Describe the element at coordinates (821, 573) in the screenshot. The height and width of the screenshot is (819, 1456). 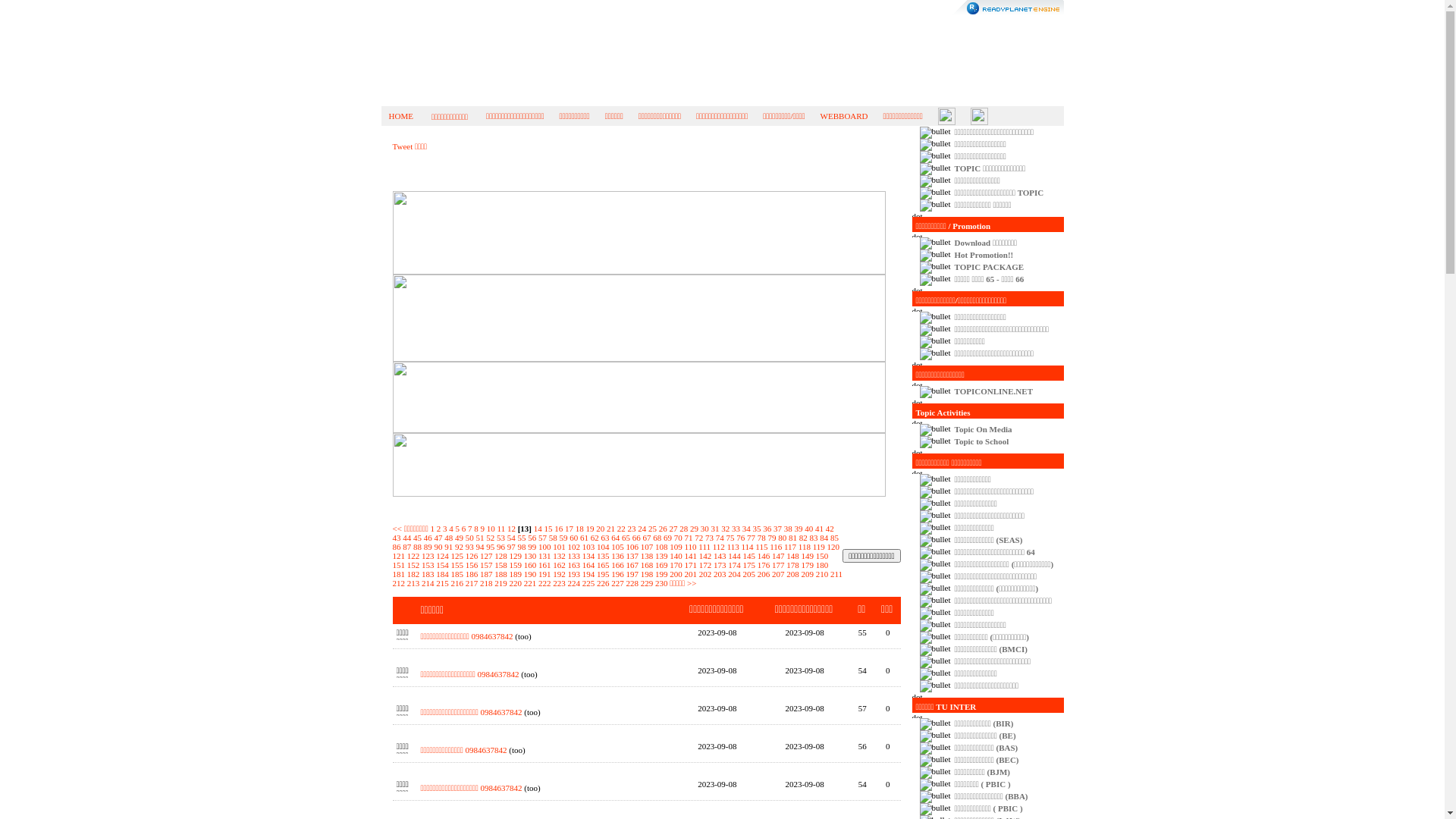
I see `'210'` at that location.